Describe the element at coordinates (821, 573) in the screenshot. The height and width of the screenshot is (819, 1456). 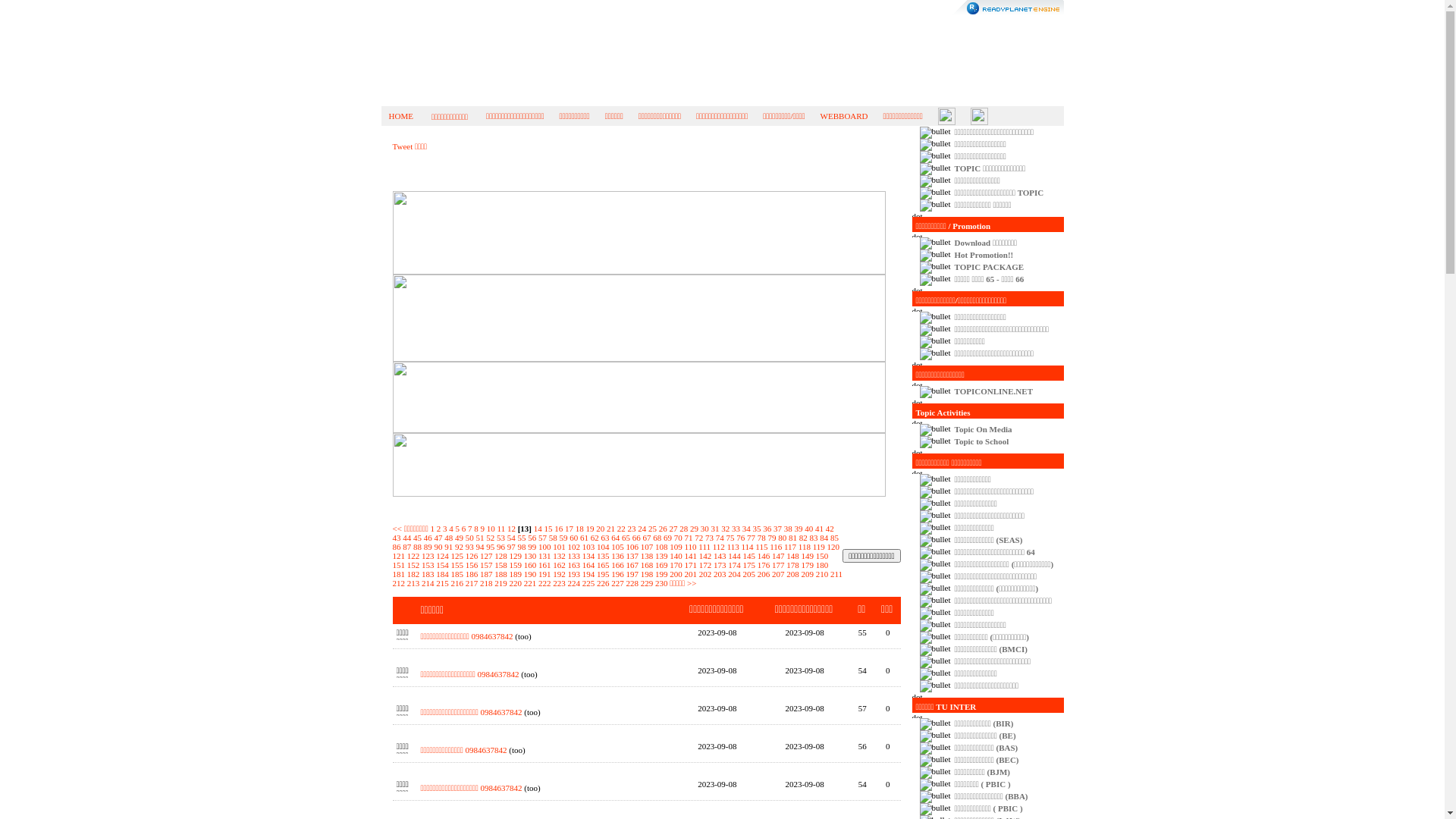
I see `'210'` at that location.